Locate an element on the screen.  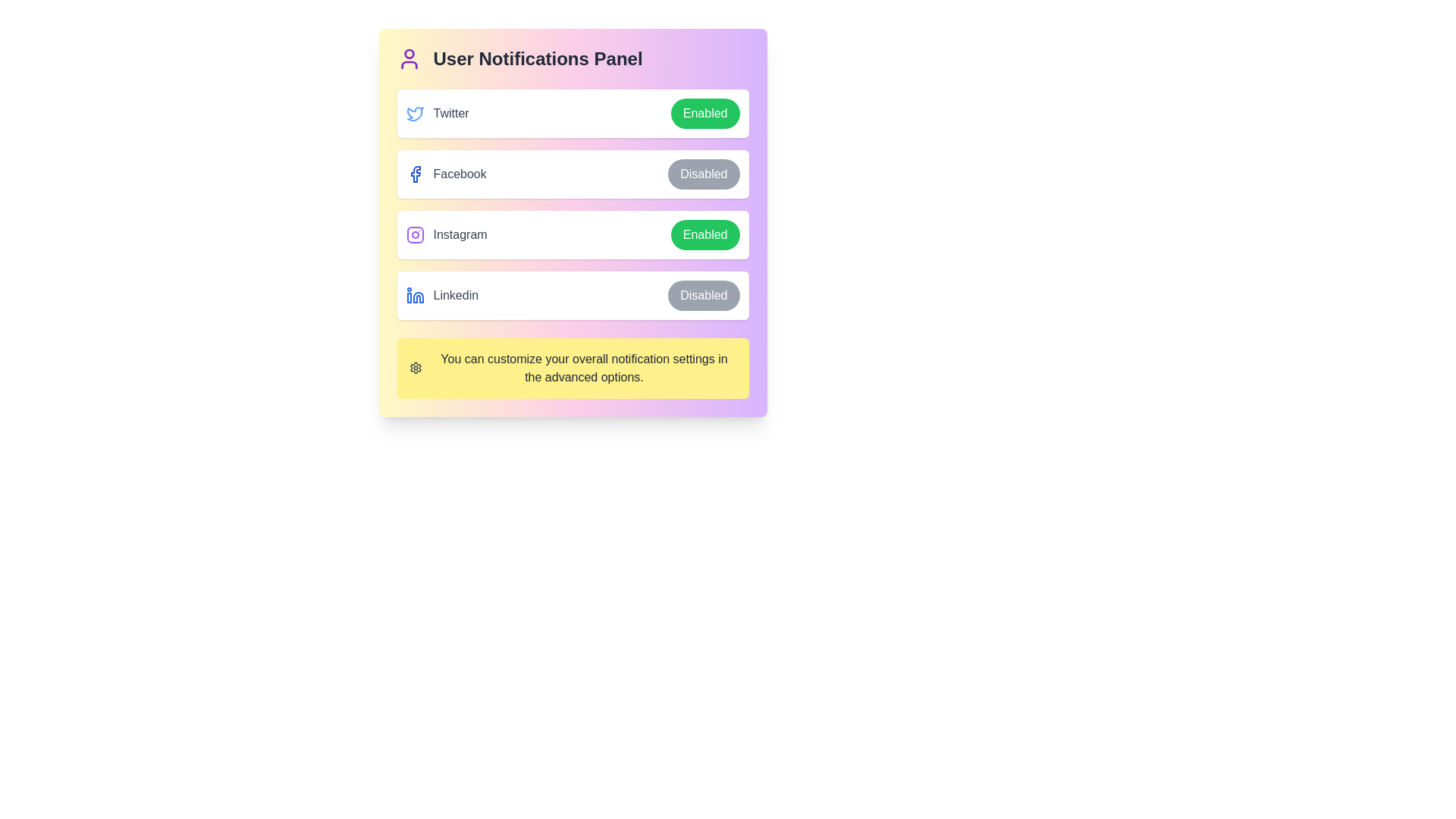
the 'Facebook' label with icon, which is the second element in a vertical list of notification options, featuring a blue Facebook icon and medium font text is located at coordinates (445, 174).